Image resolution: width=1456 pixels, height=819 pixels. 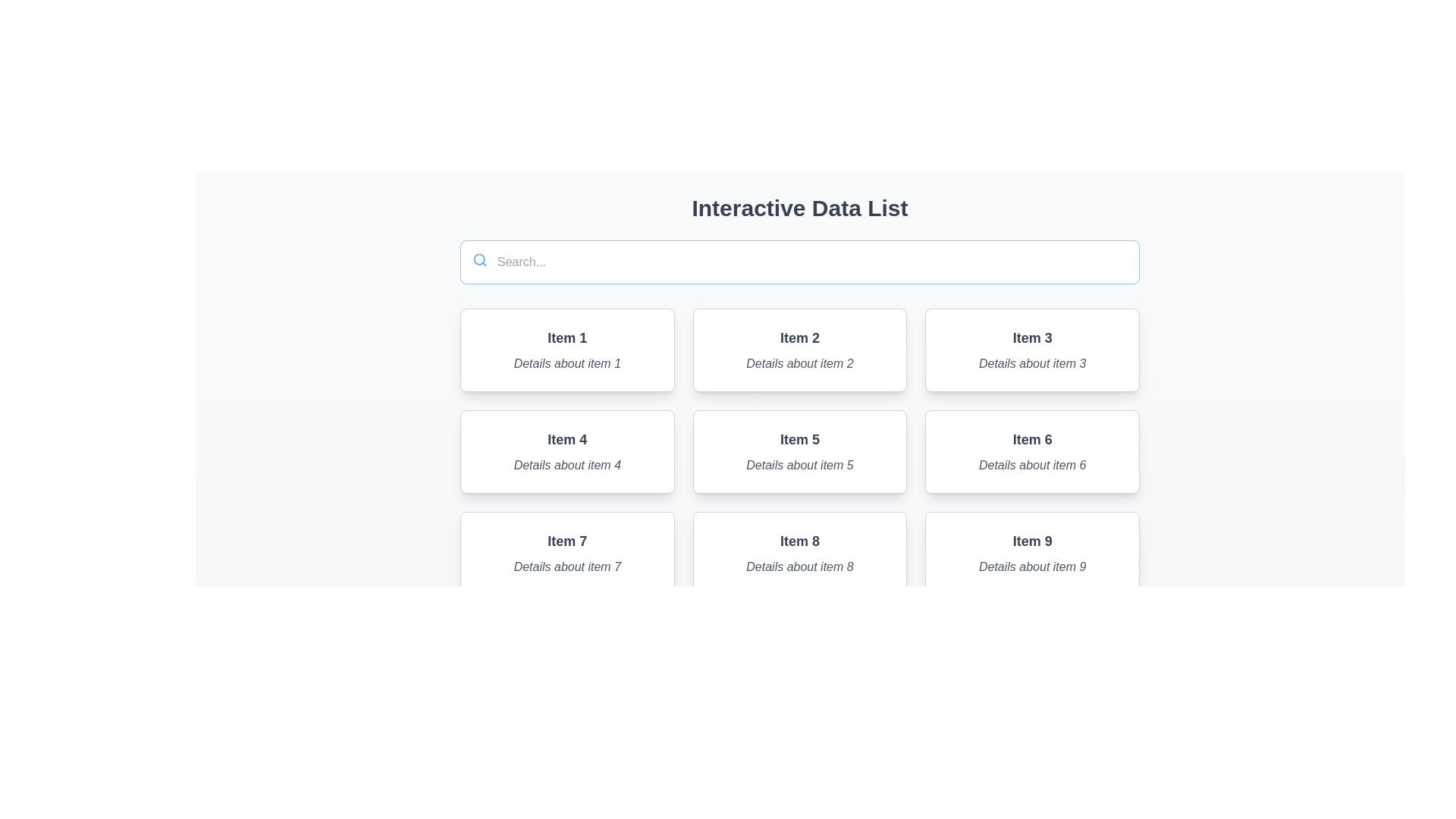 I want to click on the Card representing 'Item 1', which is located in the top-left position of a grid layout, so click(x=566, y=350).